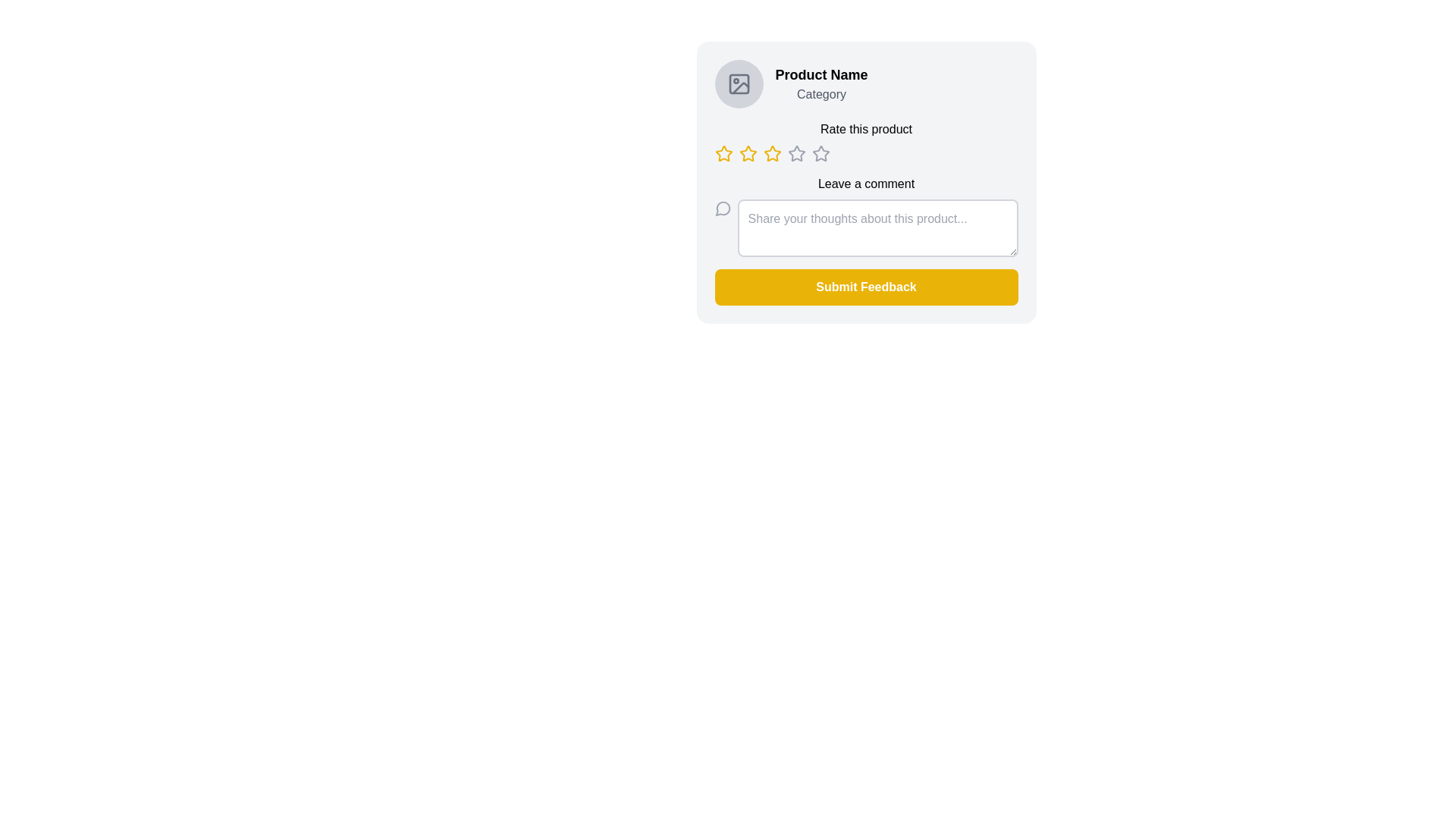 This screenshot has height=819, width=1456. Describe the element at coordinates (772, 153) in the screenshot. I see `the third star rating icon, which is a bright yellow star-shaped element representing a rating option` at that location.